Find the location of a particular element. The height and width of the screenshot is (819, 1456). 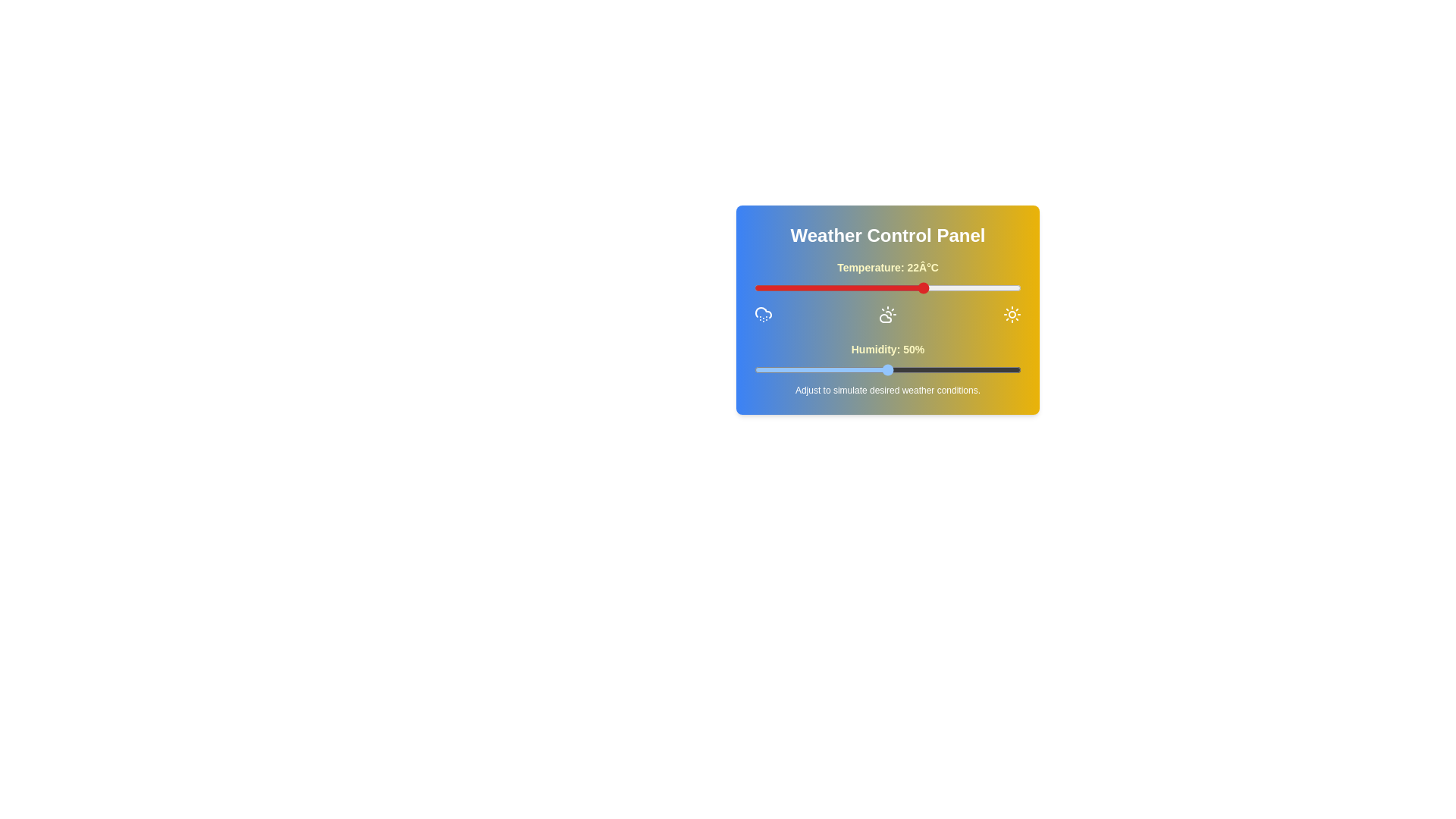

the temperature is located at coordinates (1005, 288).